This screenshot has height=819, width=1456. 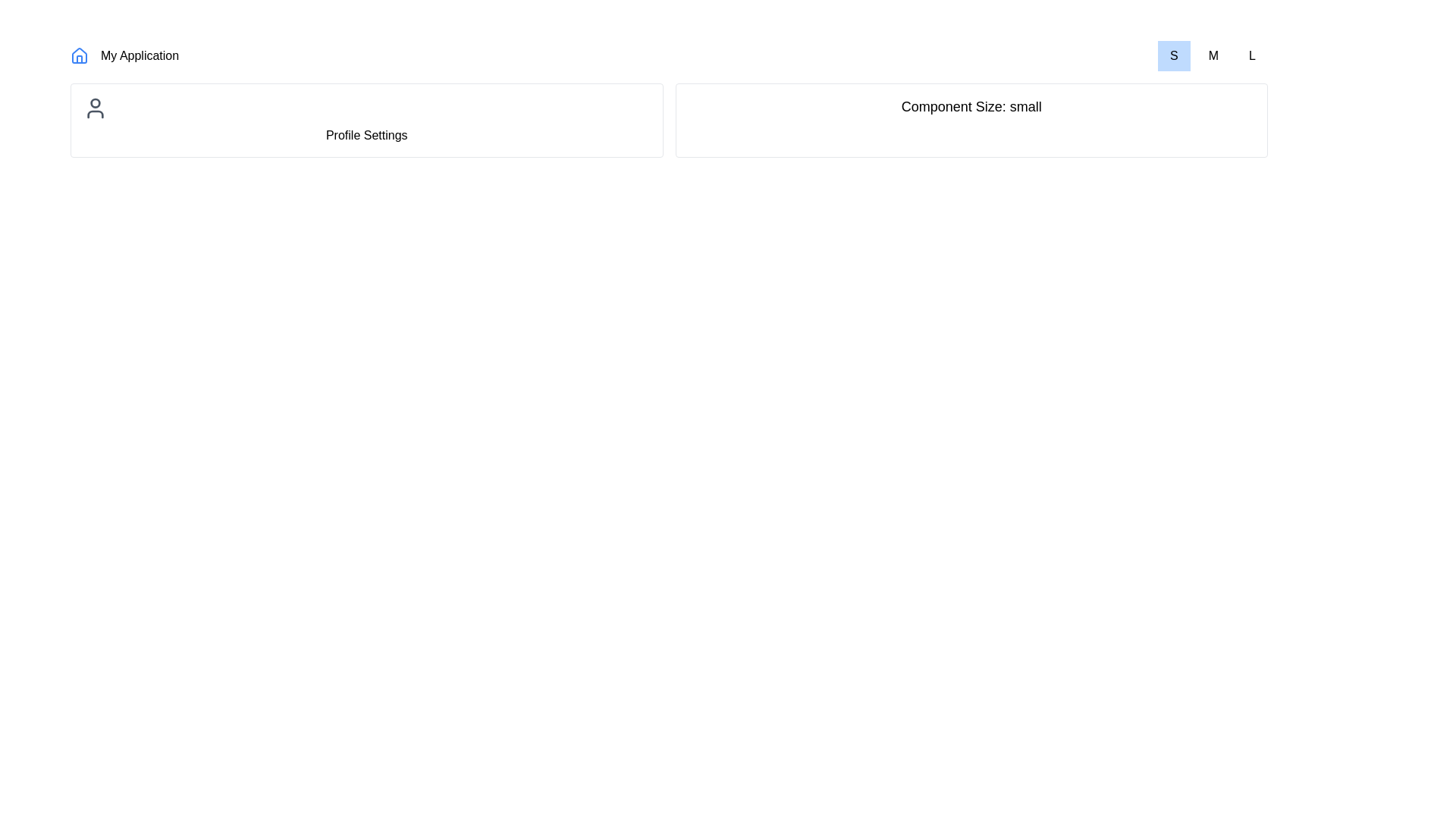 What do you see at coordinates (1252, 55) in the screenshot?
I see `the button displaying 'L', which is the last button in a horizontal group of three buttons at the top-right corner of the interface` at bounding box center [1252, 55].